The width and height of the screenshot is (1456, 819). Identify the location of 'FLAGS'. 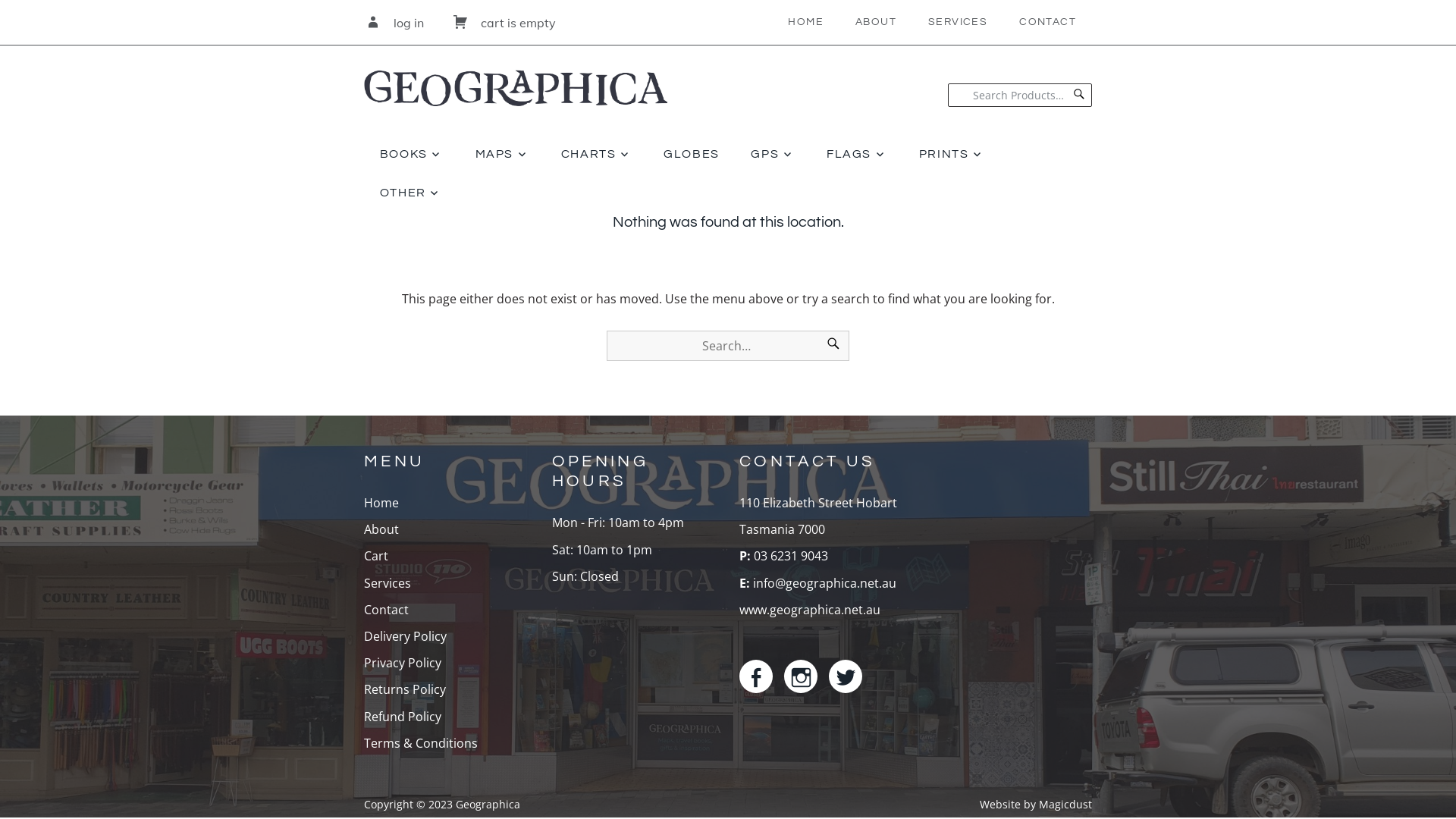
(856, 154).